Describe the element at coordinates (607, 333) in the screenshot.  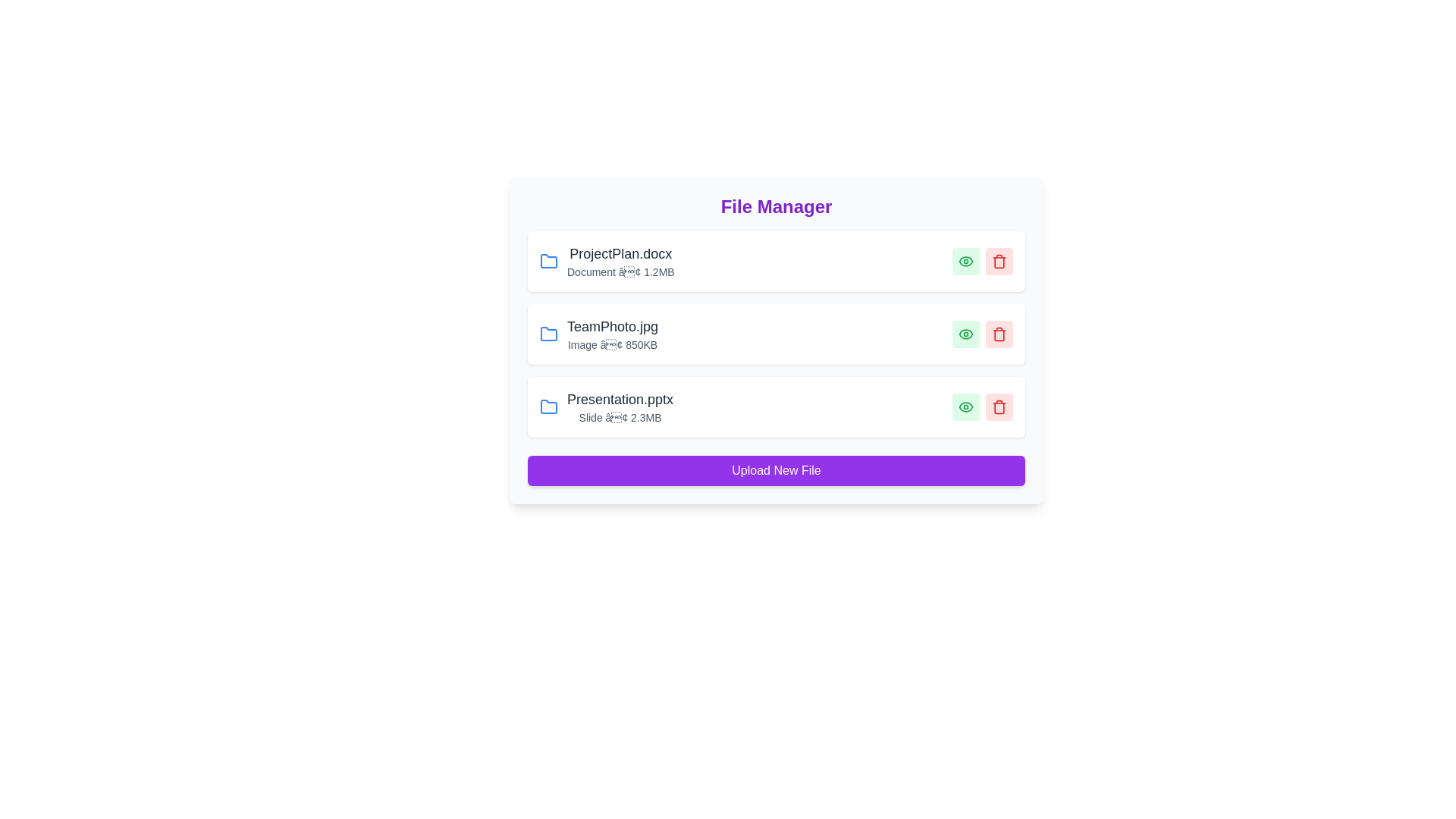
I see `the file TeamPhoto.jpg to open its context menu` at that location.